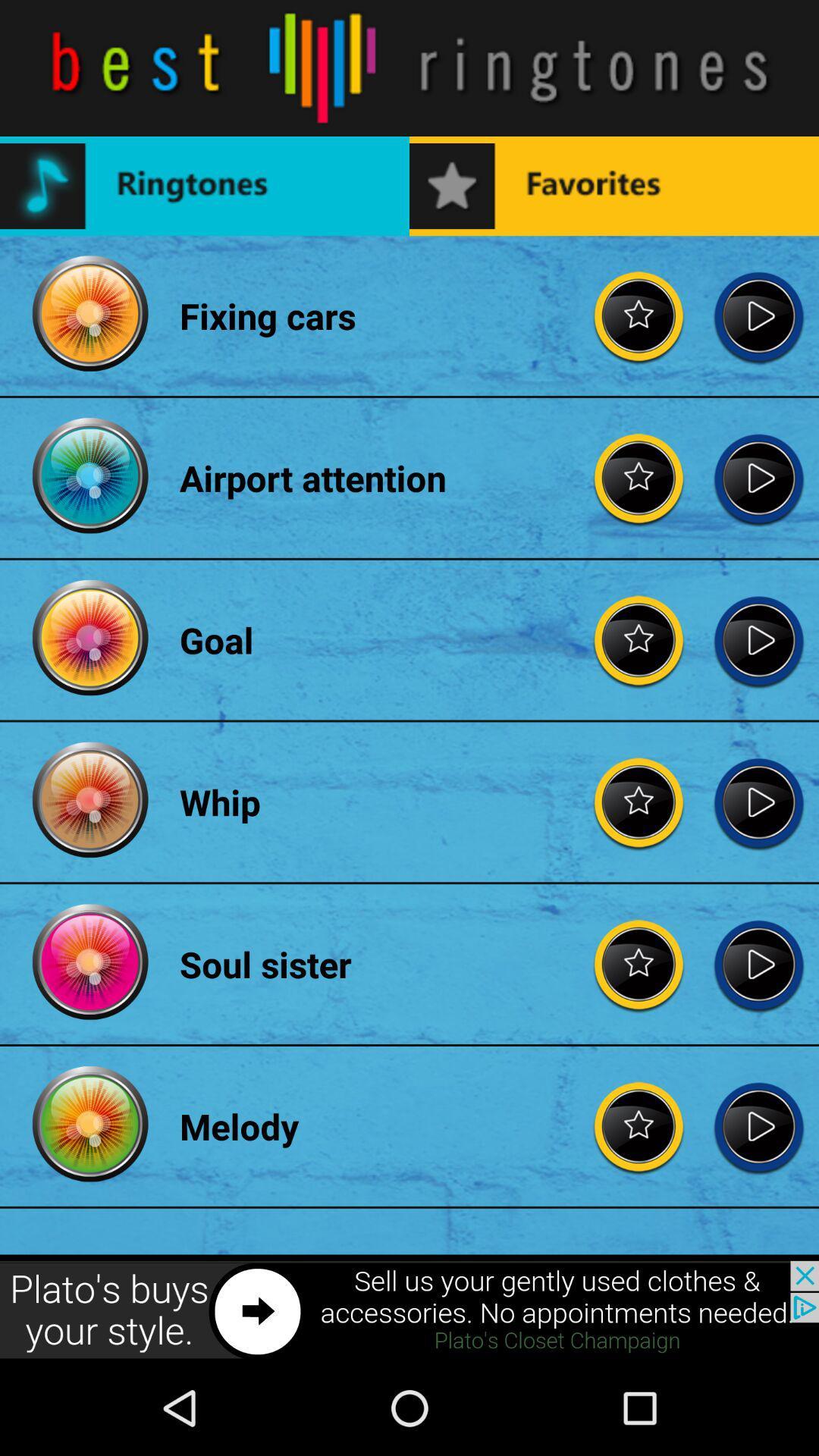  I want to click on for rating, so click(639, 801).